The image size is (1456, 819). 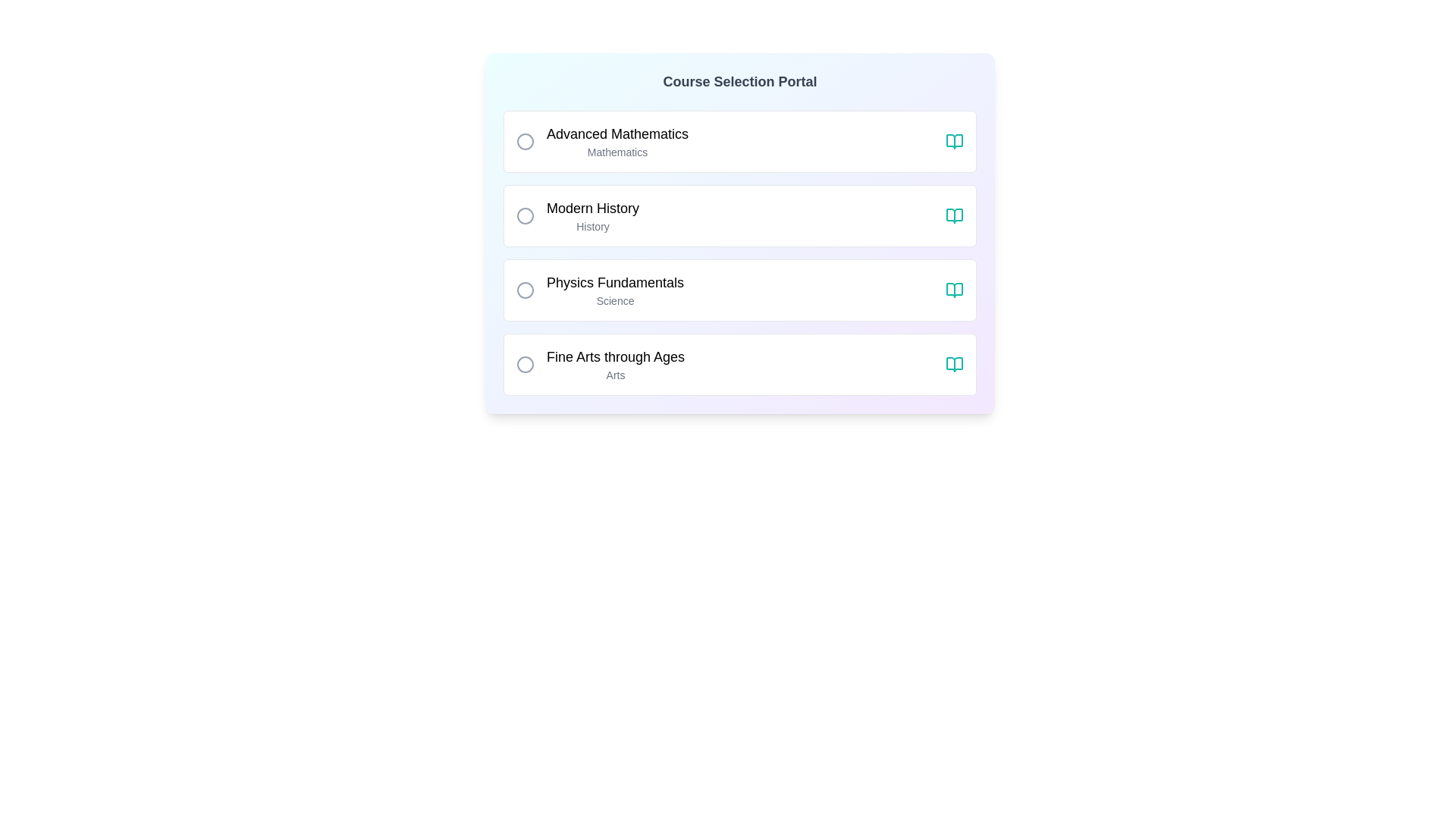 What do you see at coordinates (525, 141) in the screenshot?
I see `the radio button for the course option 'Advanced Mathematics'` at bounding box center [525, 141].